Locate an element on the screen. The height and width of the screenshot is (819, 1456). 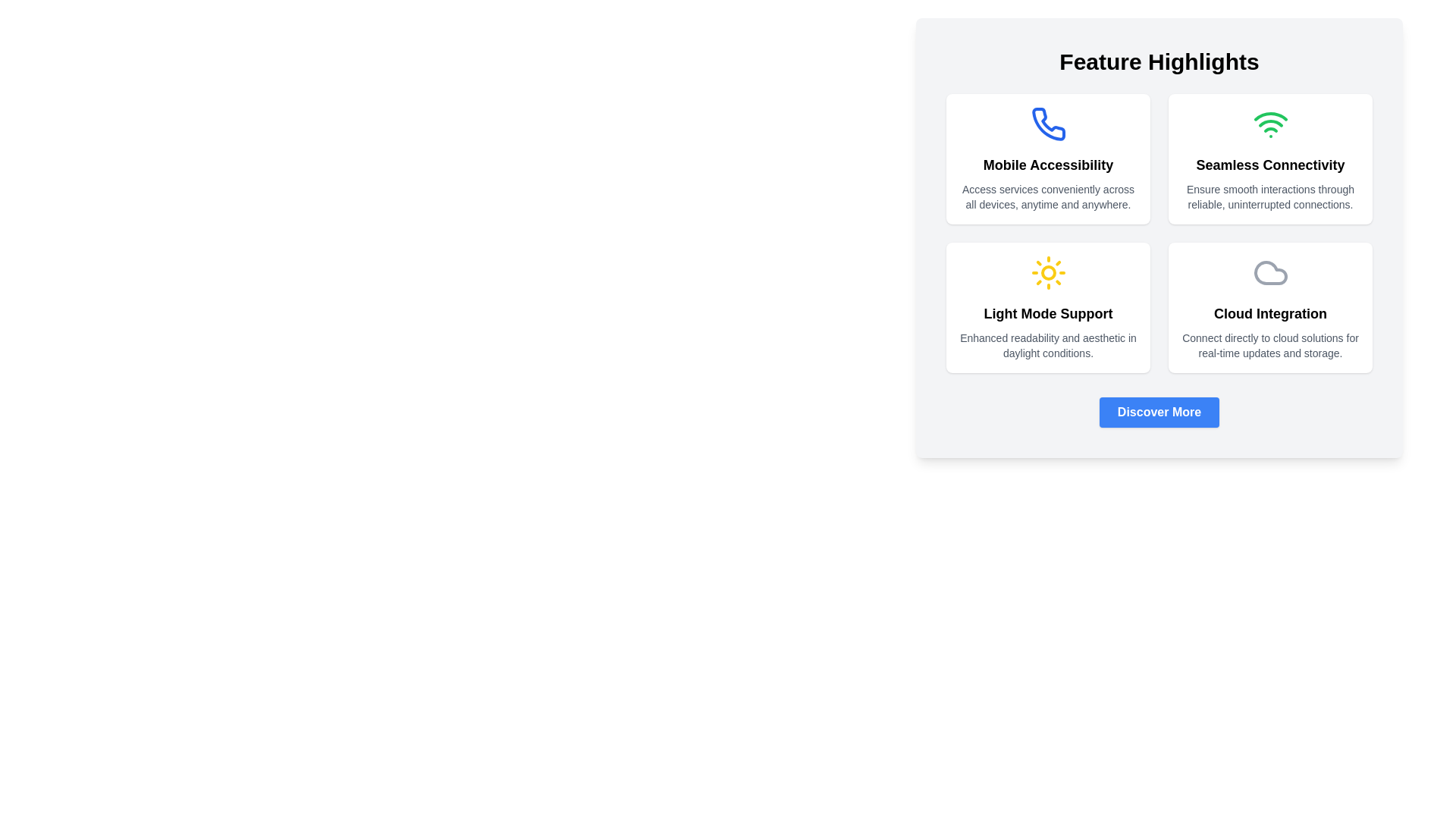
the text label located in the top-right cell of the grid under 'Feature Highlights', which serves as a title for connectivity features is located at coordinates (1270, 165).